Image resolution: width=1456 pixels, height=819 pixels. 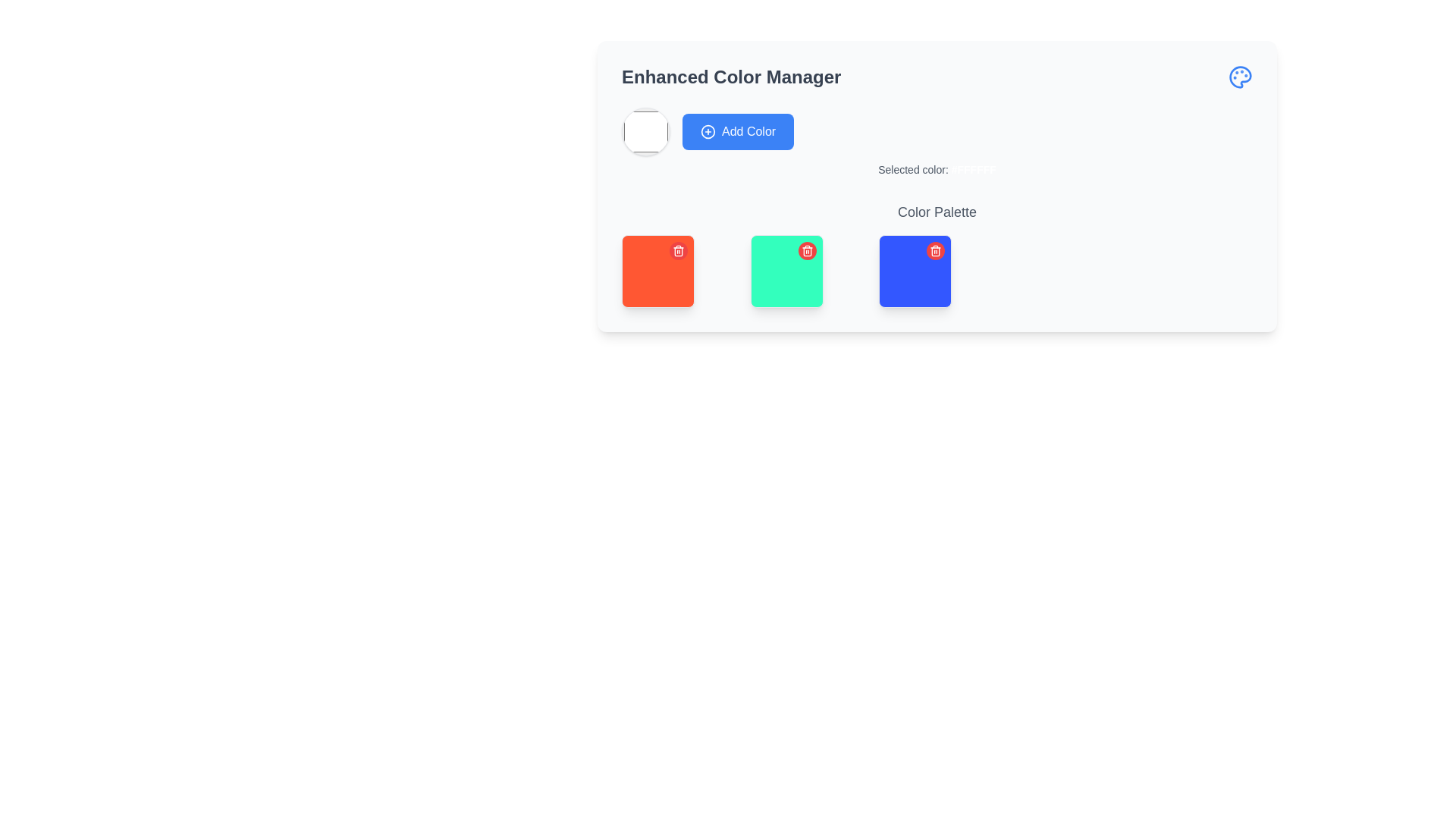 I want to click on the red trash bin icon button located in the top-right corner of the blue color palette section, so click(x=806, y=250).